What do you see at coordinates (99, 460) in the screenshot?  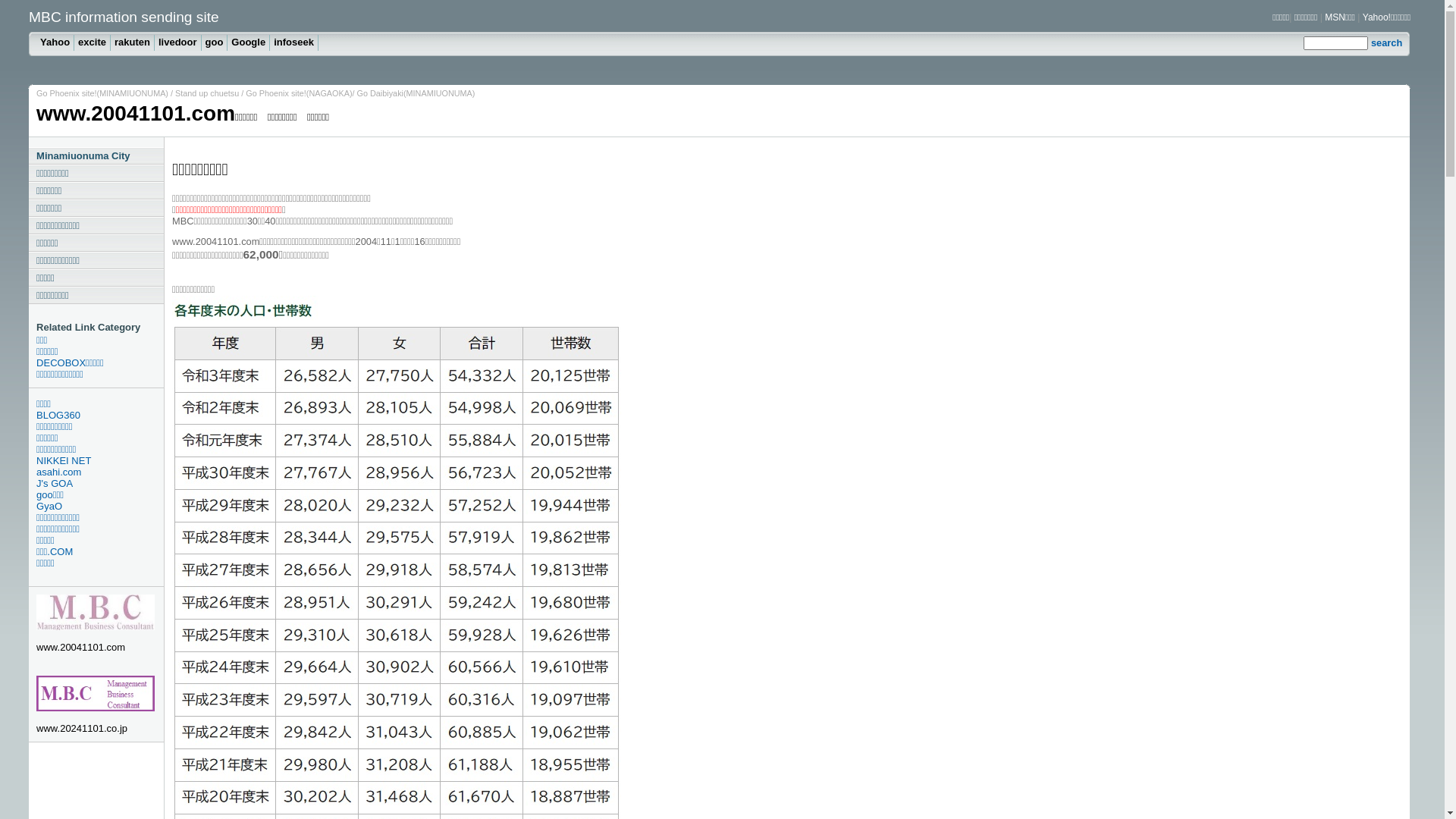 I see `'NIKKEI NET'` at bounding box center [99, 460].